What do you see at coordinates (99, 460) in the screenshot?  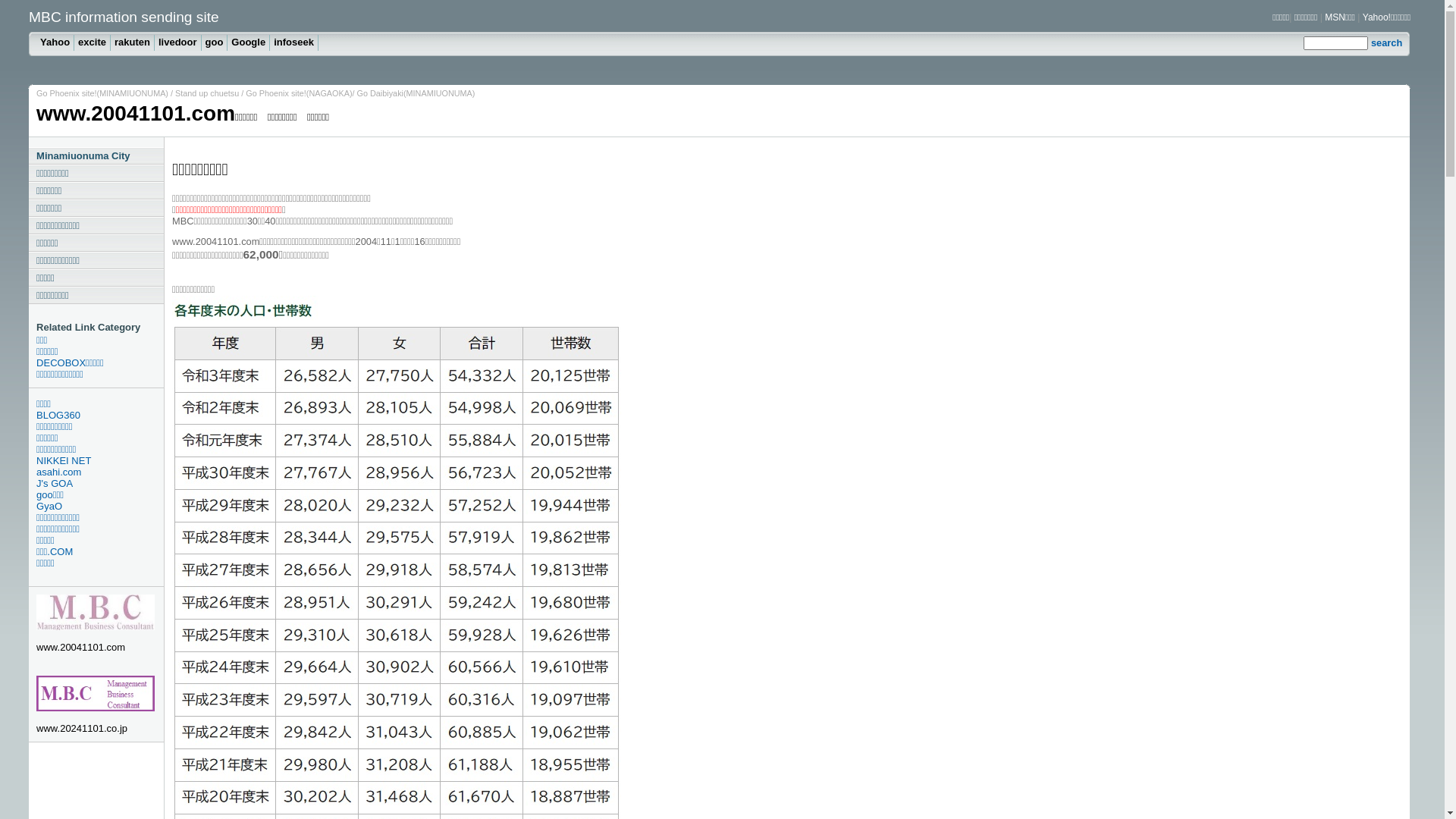 I see `'NIKKEI NET'` at bounding box center [99, 460].